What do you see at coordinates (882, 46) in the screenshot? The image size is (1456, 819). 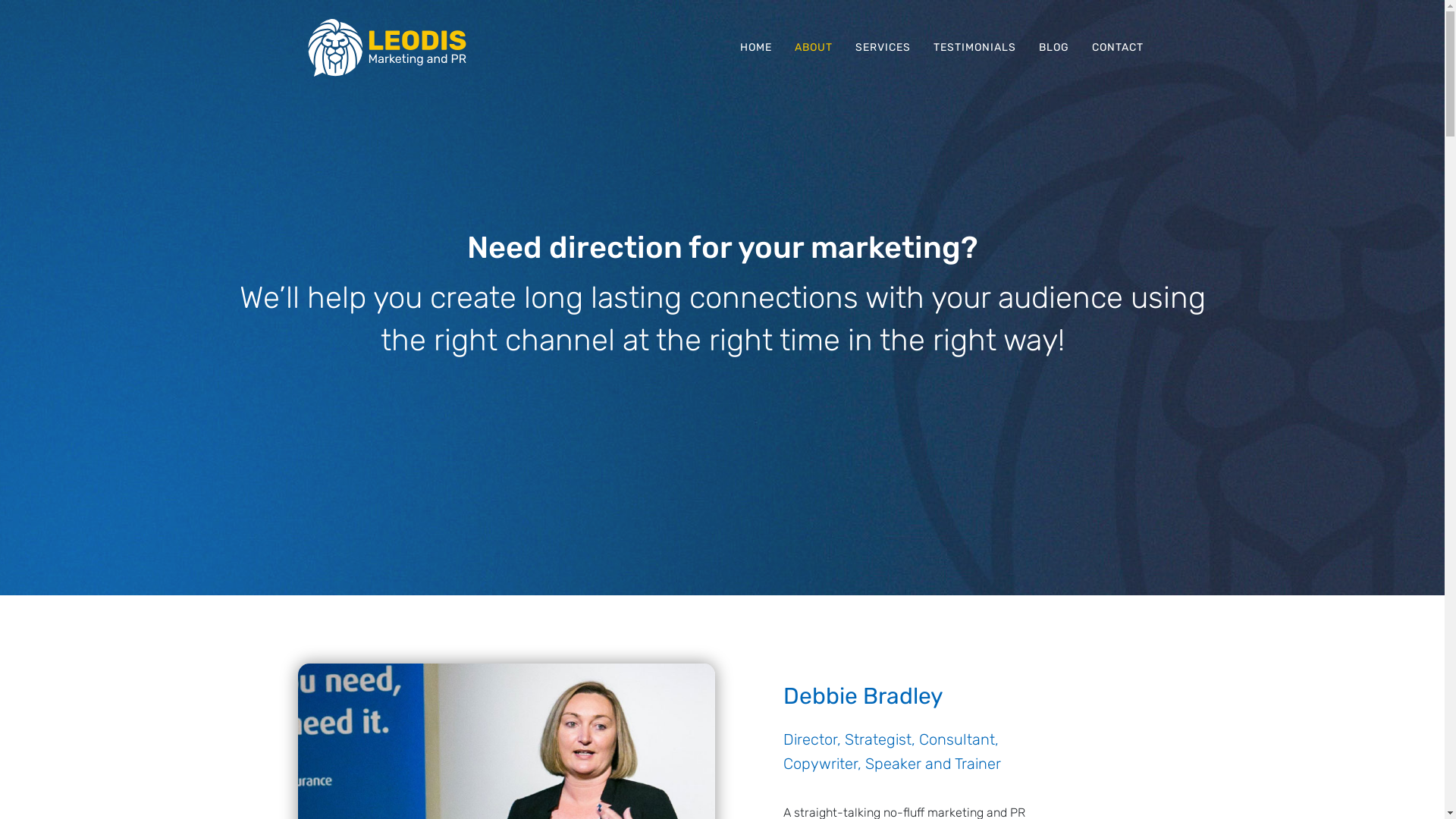 I see `'SERVICES'` at bounding box center [882, 46].